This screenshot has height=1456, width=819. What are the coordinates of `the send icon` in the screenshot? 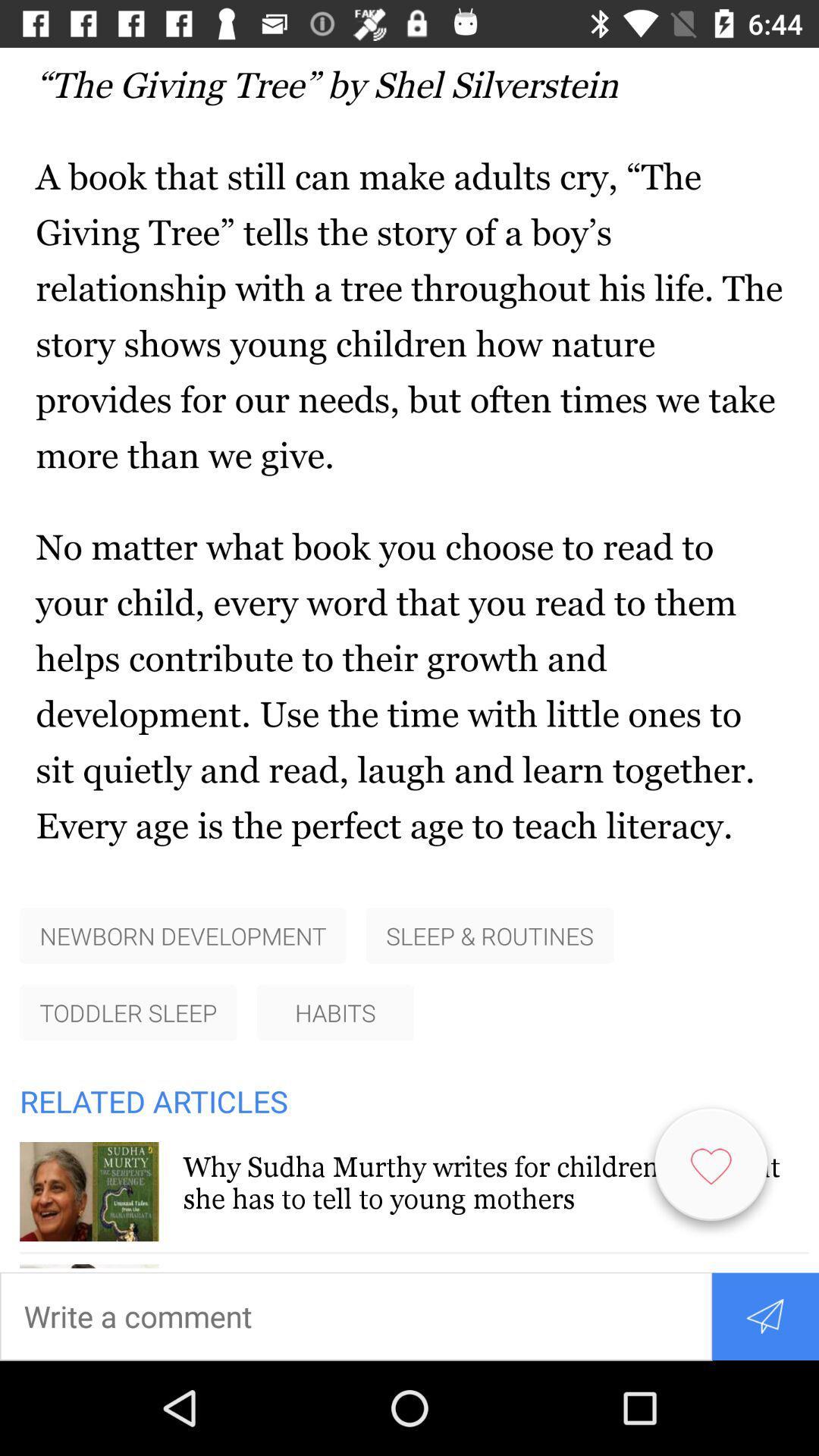 It's located at (765, 1315).